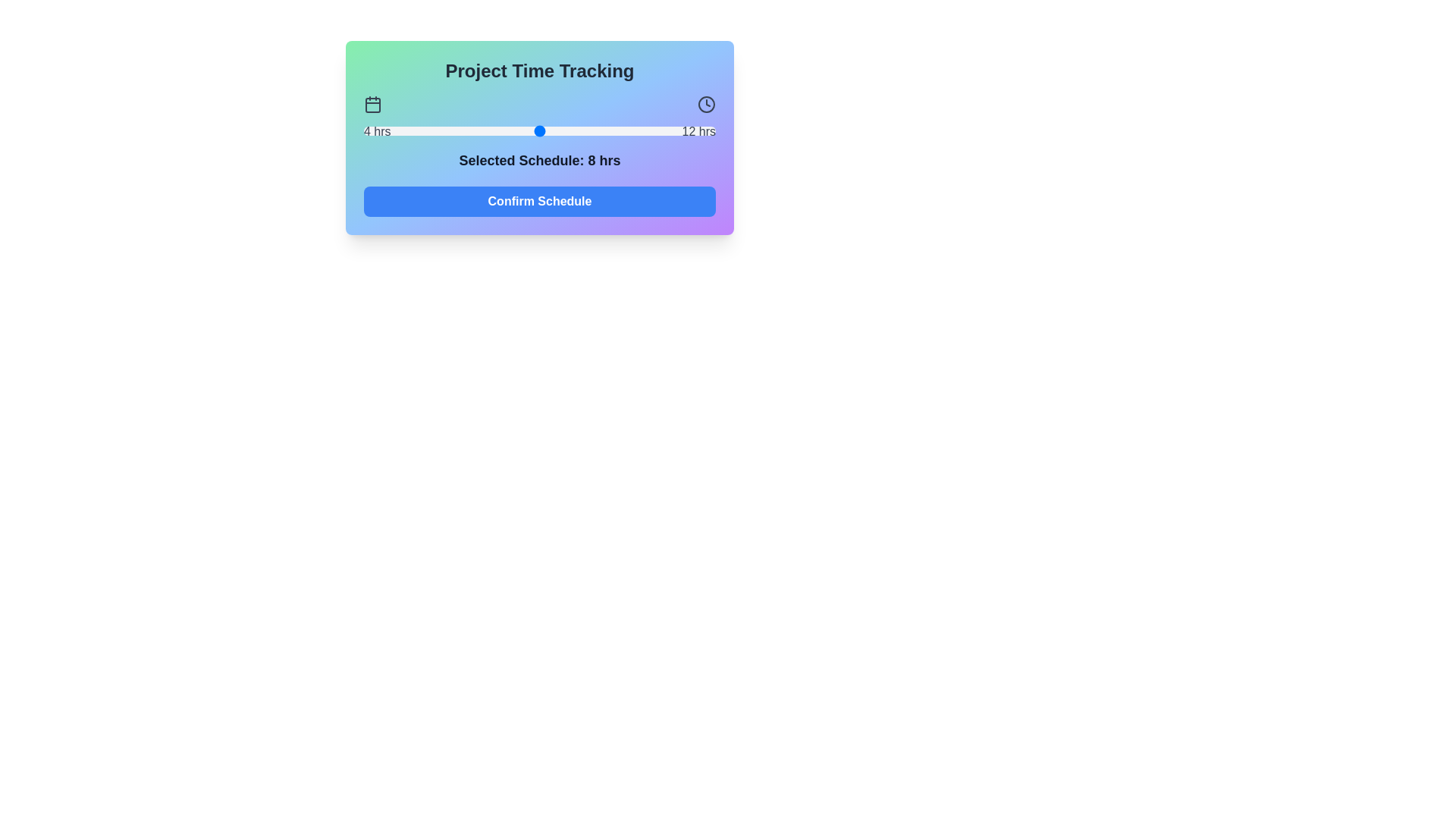 Image resolution: width=1456 pixels, height=819 pixels. What do you see at coordinates (705, 104) in the screenshot?
I see `the clock icon to interact with it` at bounding box center [705, 104].